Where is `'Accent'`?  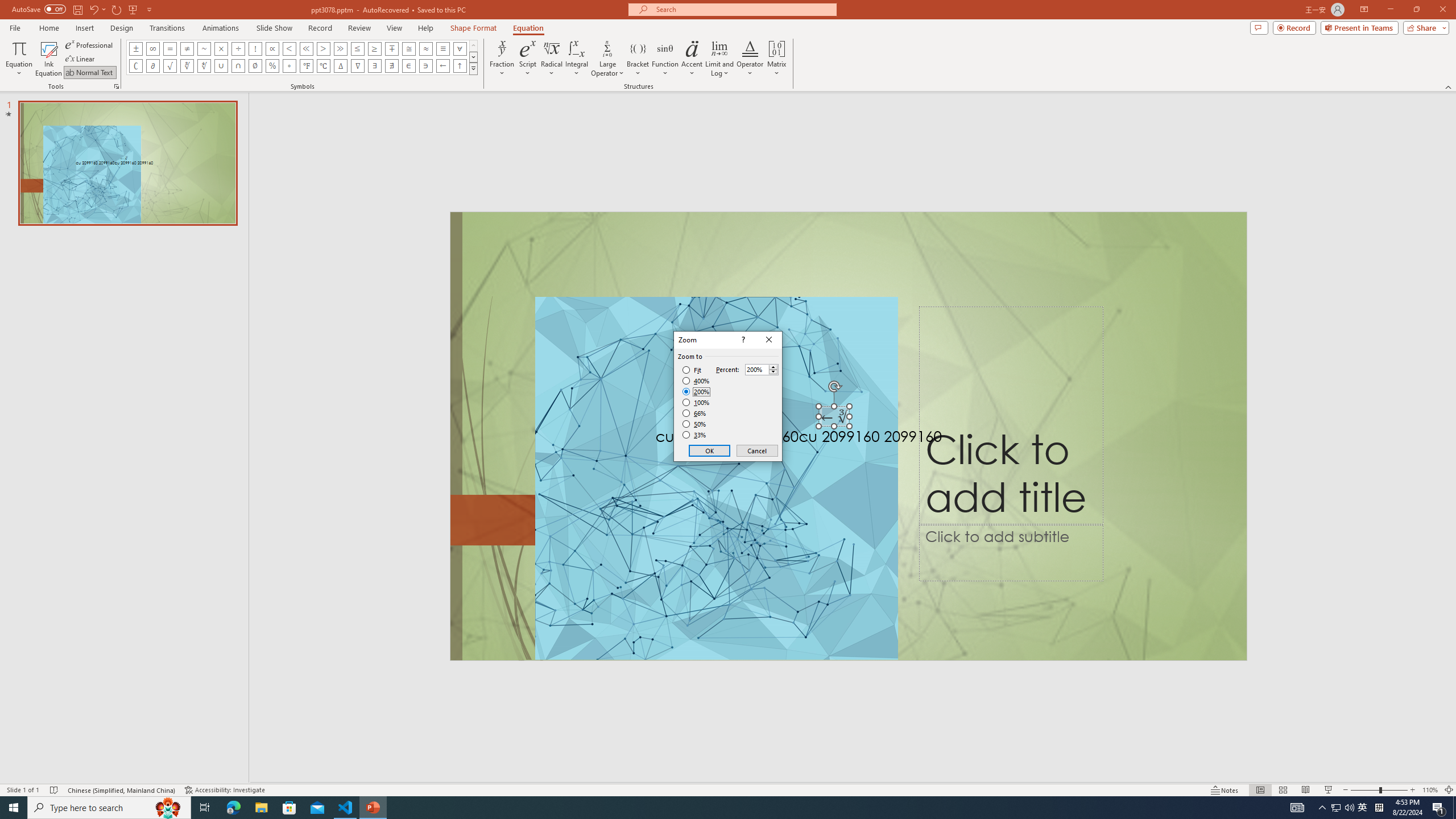 'Accent' is located at coordinates (692, 59).